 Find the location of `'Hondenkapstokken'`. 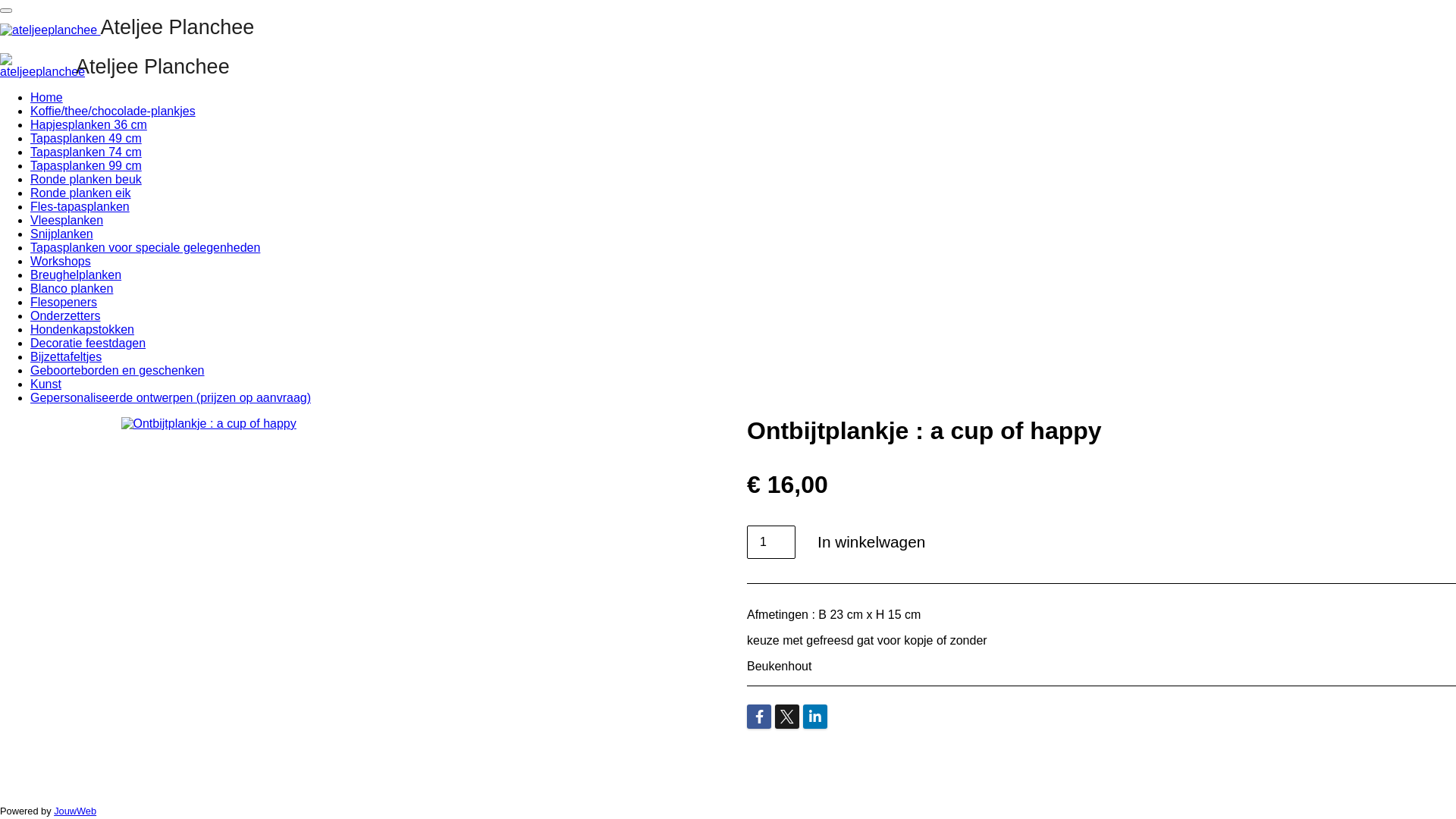

'Hondenkapstokken' is located at coordinates (81, 328).